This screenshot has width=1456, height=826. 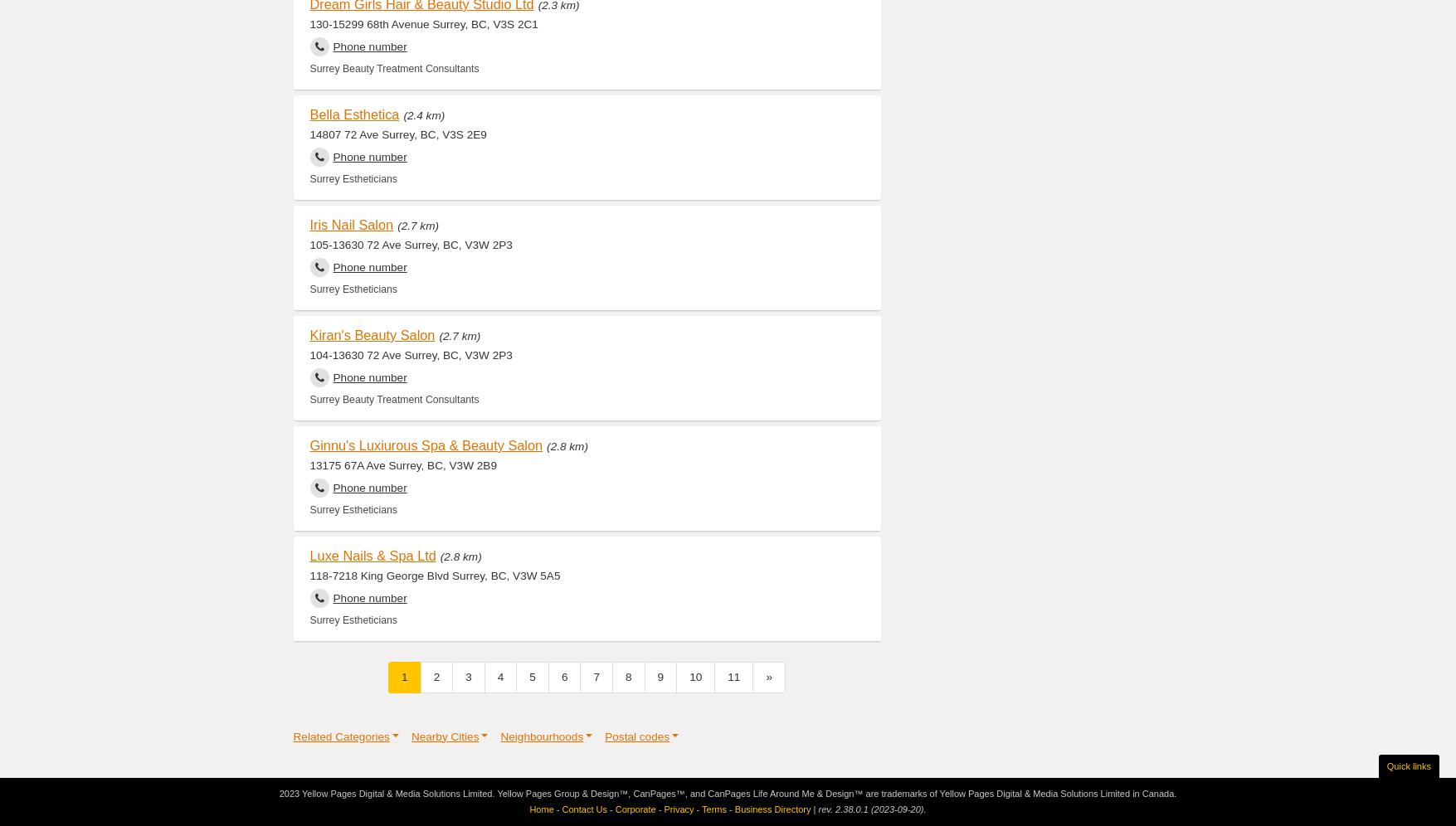 What do you see at coordinates (634, 807) in the screenshot?
I see `'Corporate'` at bounding box center [634, 807].